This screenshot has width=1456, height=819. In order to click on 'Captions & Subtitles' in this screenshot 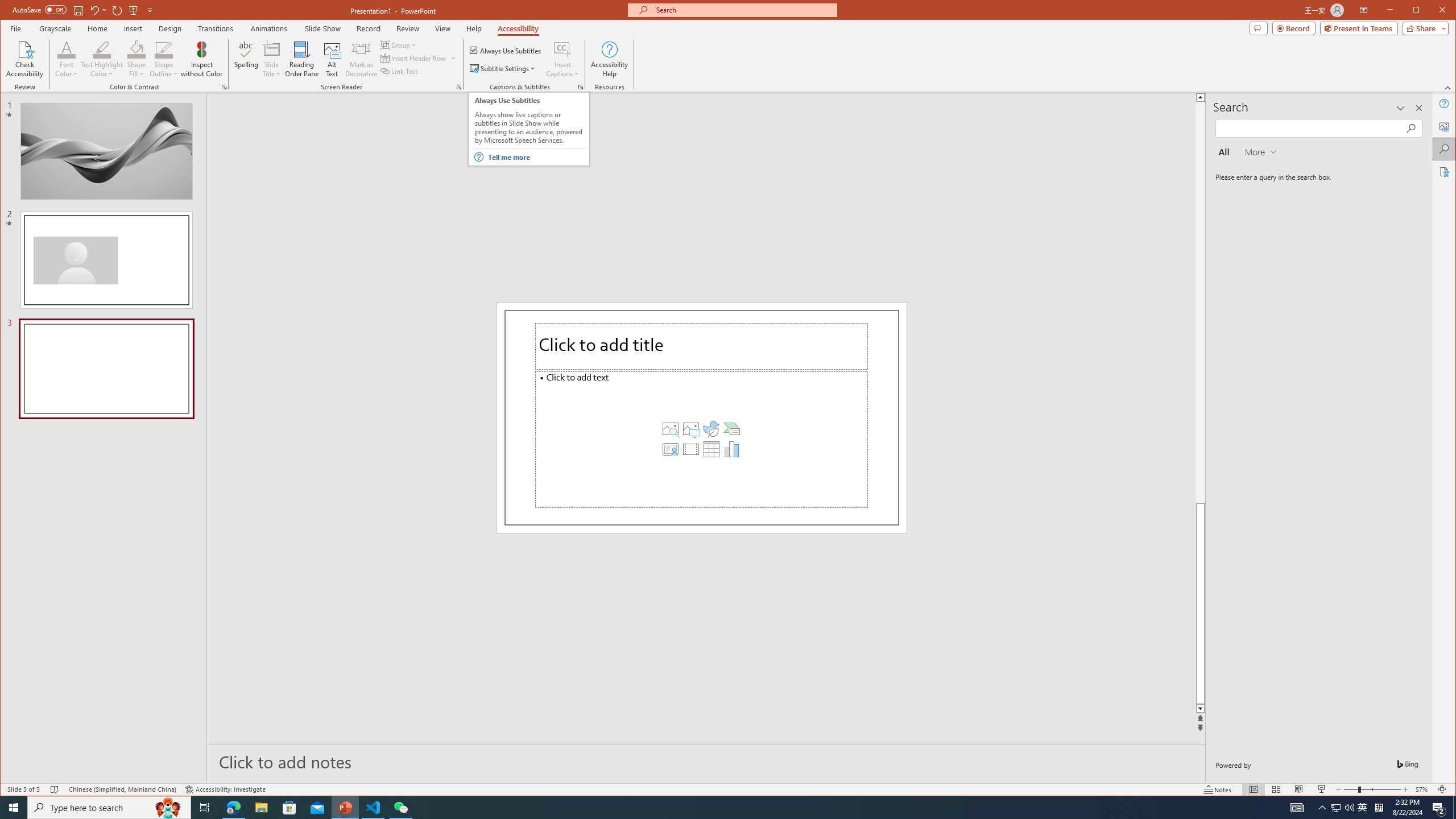, I will do `click(580, 87)`.